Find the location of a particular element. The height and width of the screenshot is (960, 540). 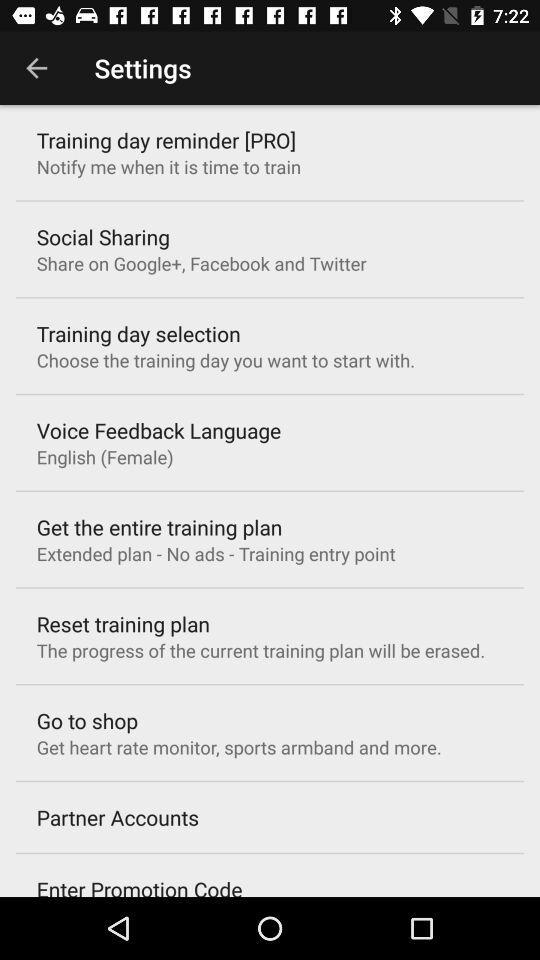

icon below training day reminder icon is located at coordinates (167, 165).